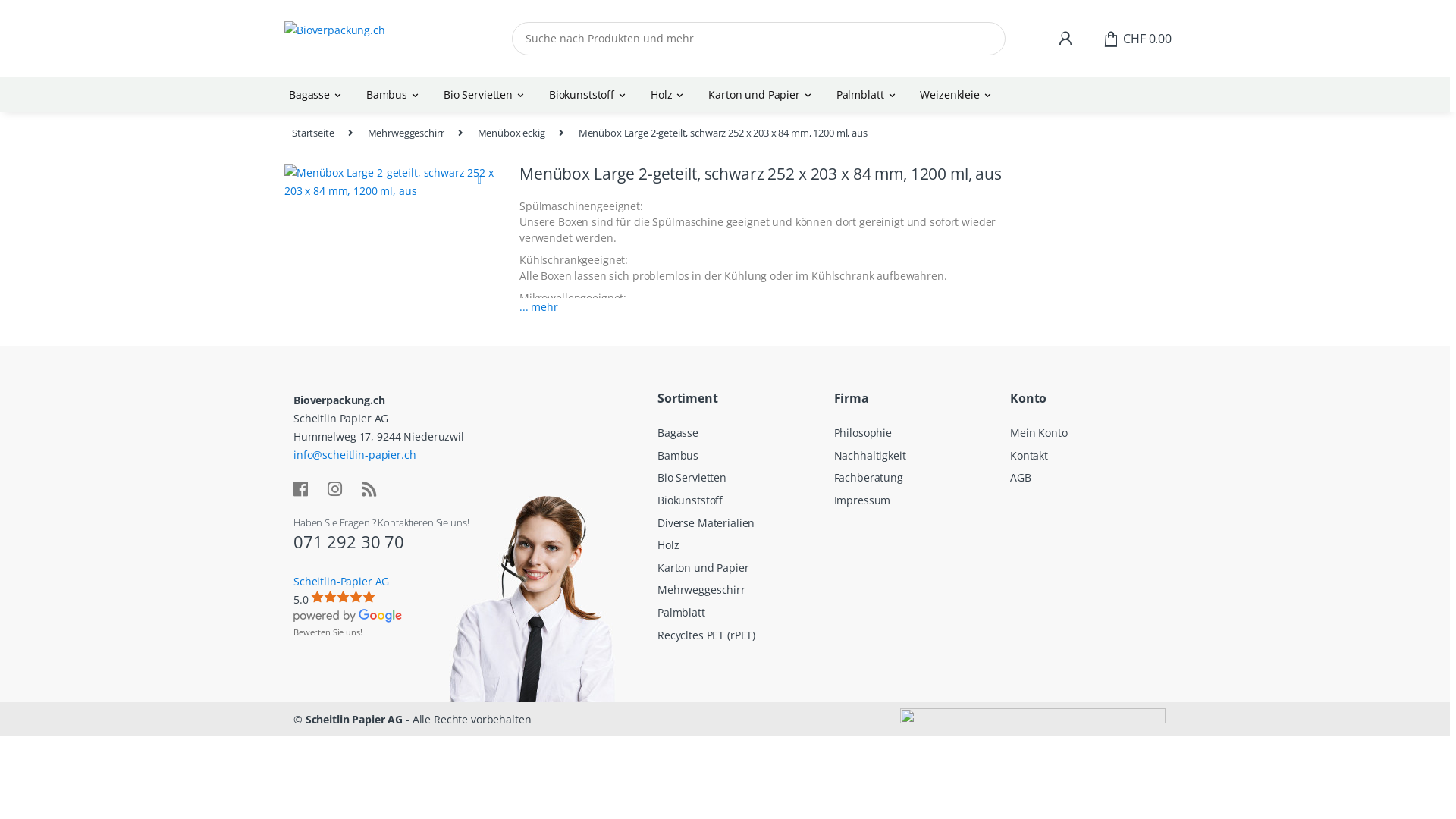 The width and height of the screenshot is (1456, 819). I want to click on 'Holz', so click(668, 94).